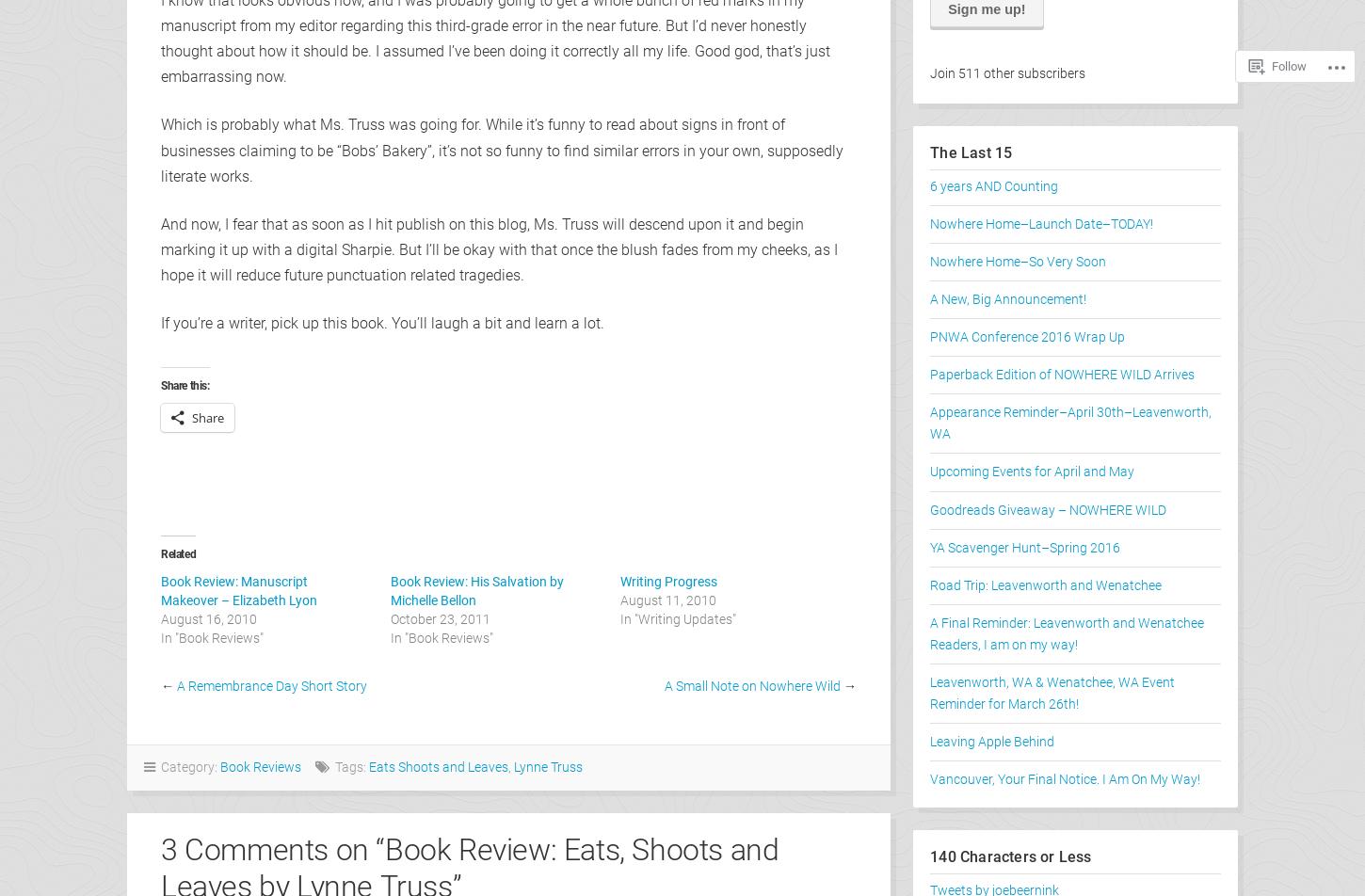 Image resolution: width=1365 pixels, height=896 pixels. Describe the element at coordinates (260, 766) in the screenshot. I see `'Book Reviews'` at that location.